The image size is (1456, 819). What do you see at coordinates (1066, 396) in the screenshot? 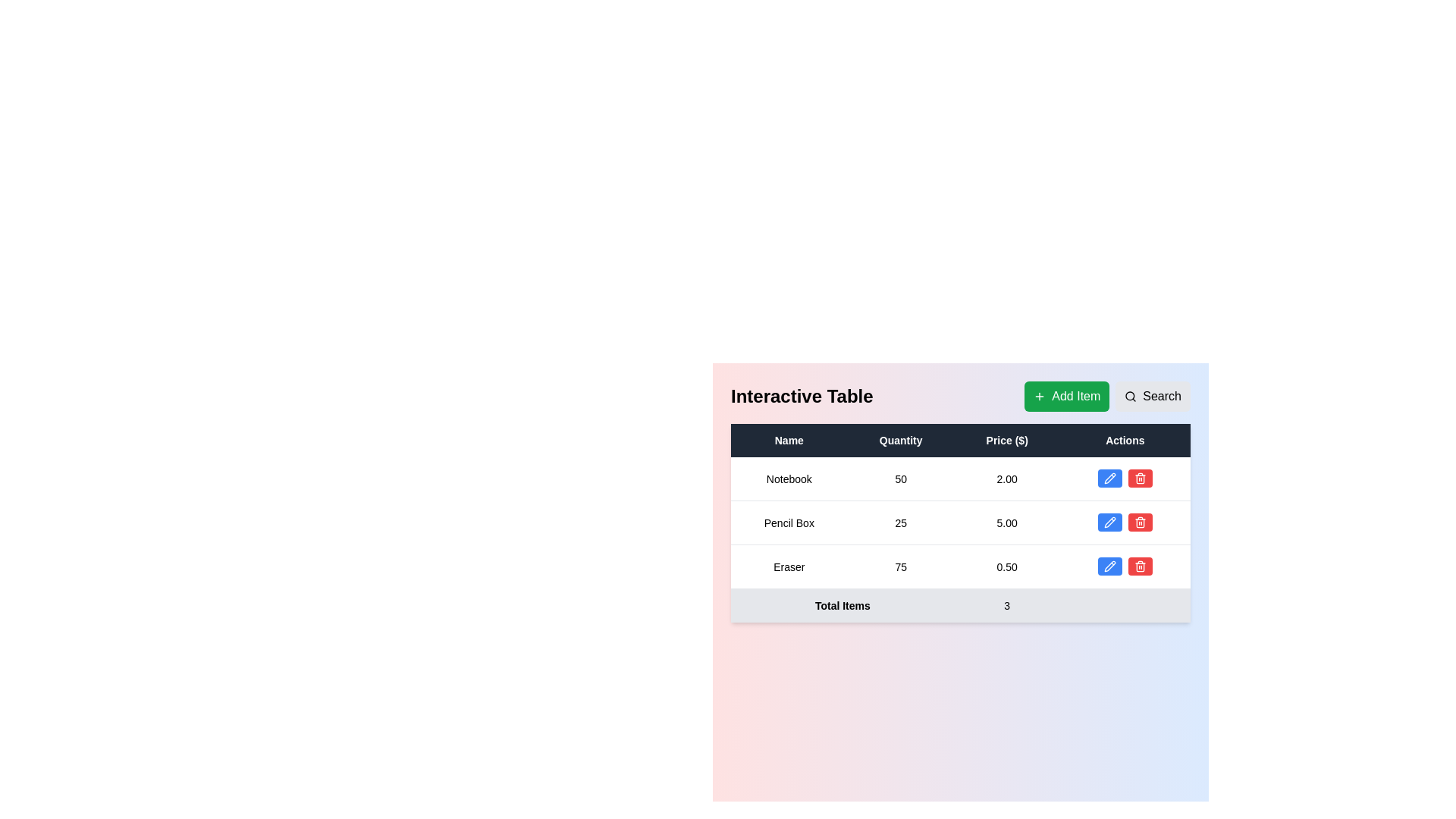
I see `the green button labeled 'Add Item' with a '+' symbol` at bounding box center [1066, 396].